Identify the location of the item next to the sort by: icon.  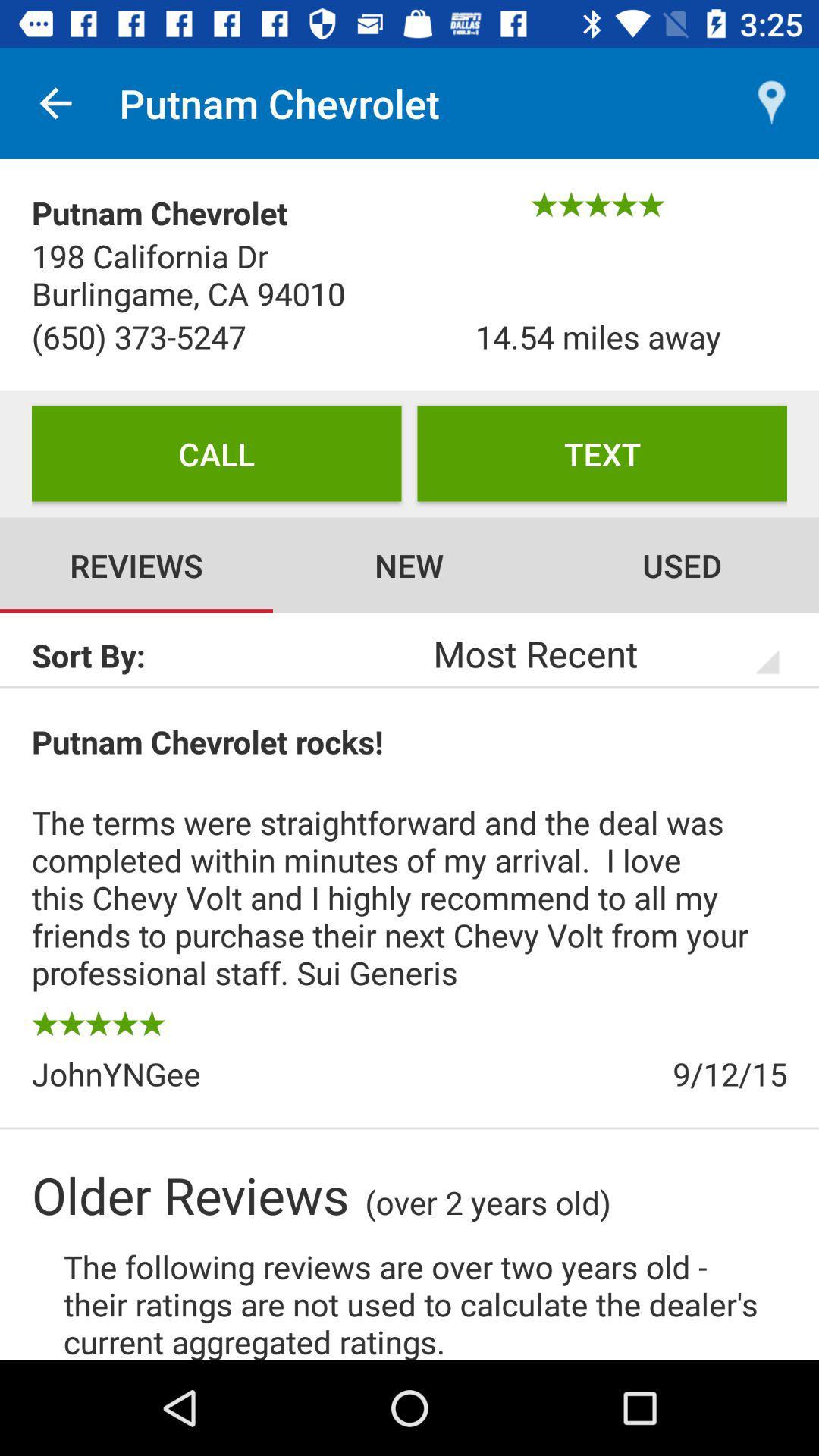
(585, 653).